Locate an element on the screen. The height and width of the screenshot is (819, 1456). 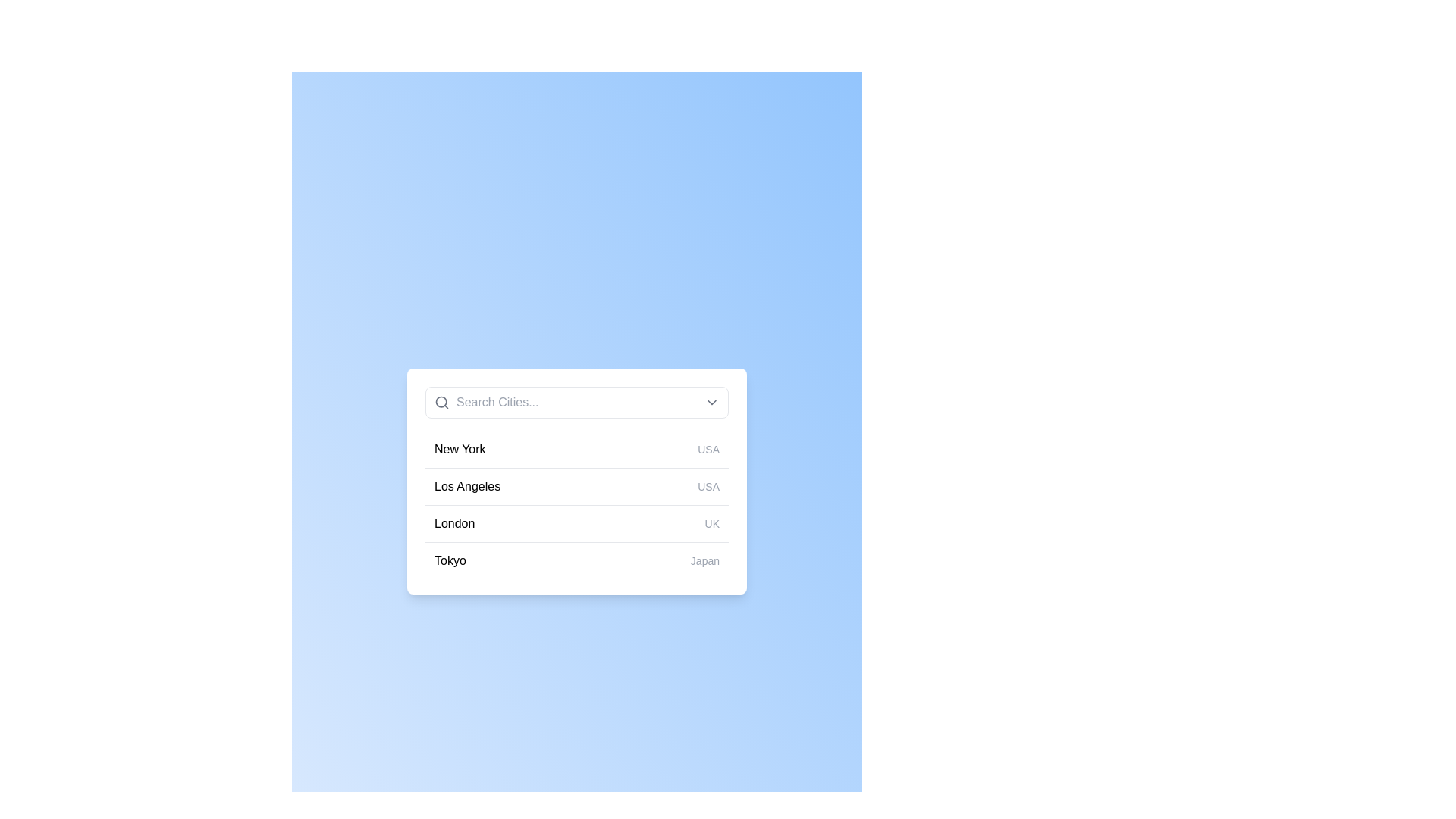
the list item labeled 'Tokyo' which is the fourth row in the vertical list, highlighting the row as it is hovered over is located at coordinates (576, 560).